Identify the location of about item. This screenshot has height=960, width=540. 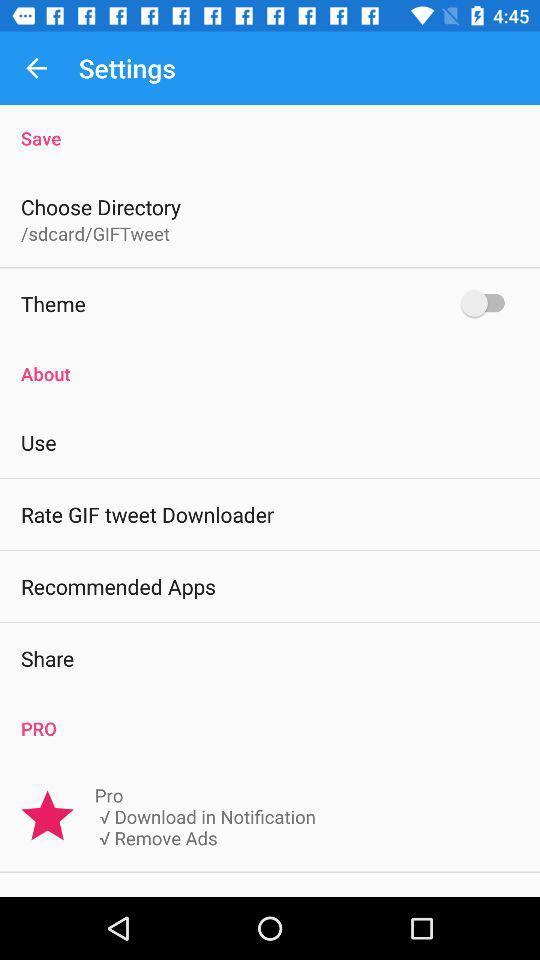
(270, 362).